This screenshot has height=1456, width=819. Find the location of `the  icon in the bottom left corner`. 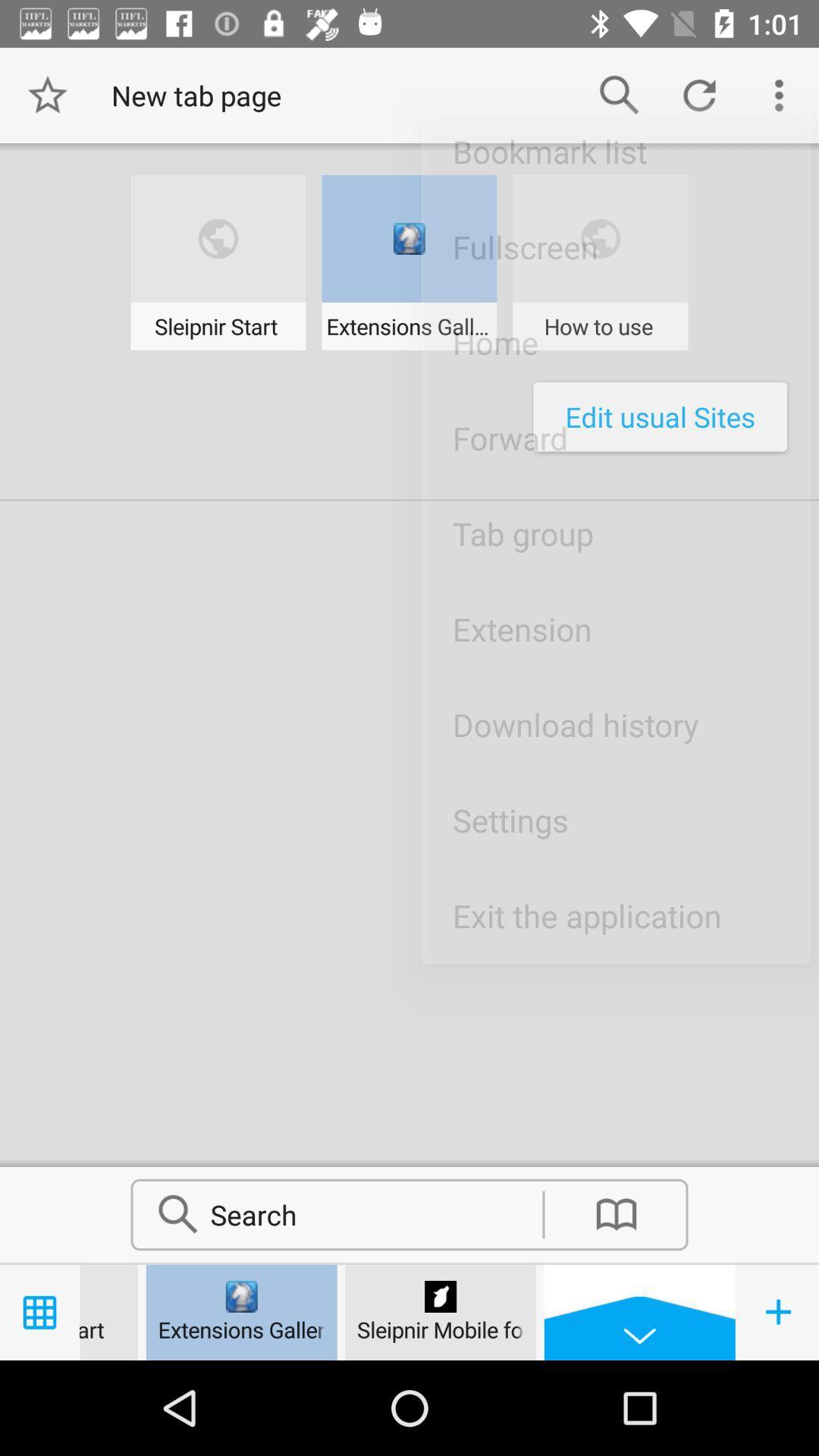

the  icon in the bottom left corner is located at coordinates (779, 1312).